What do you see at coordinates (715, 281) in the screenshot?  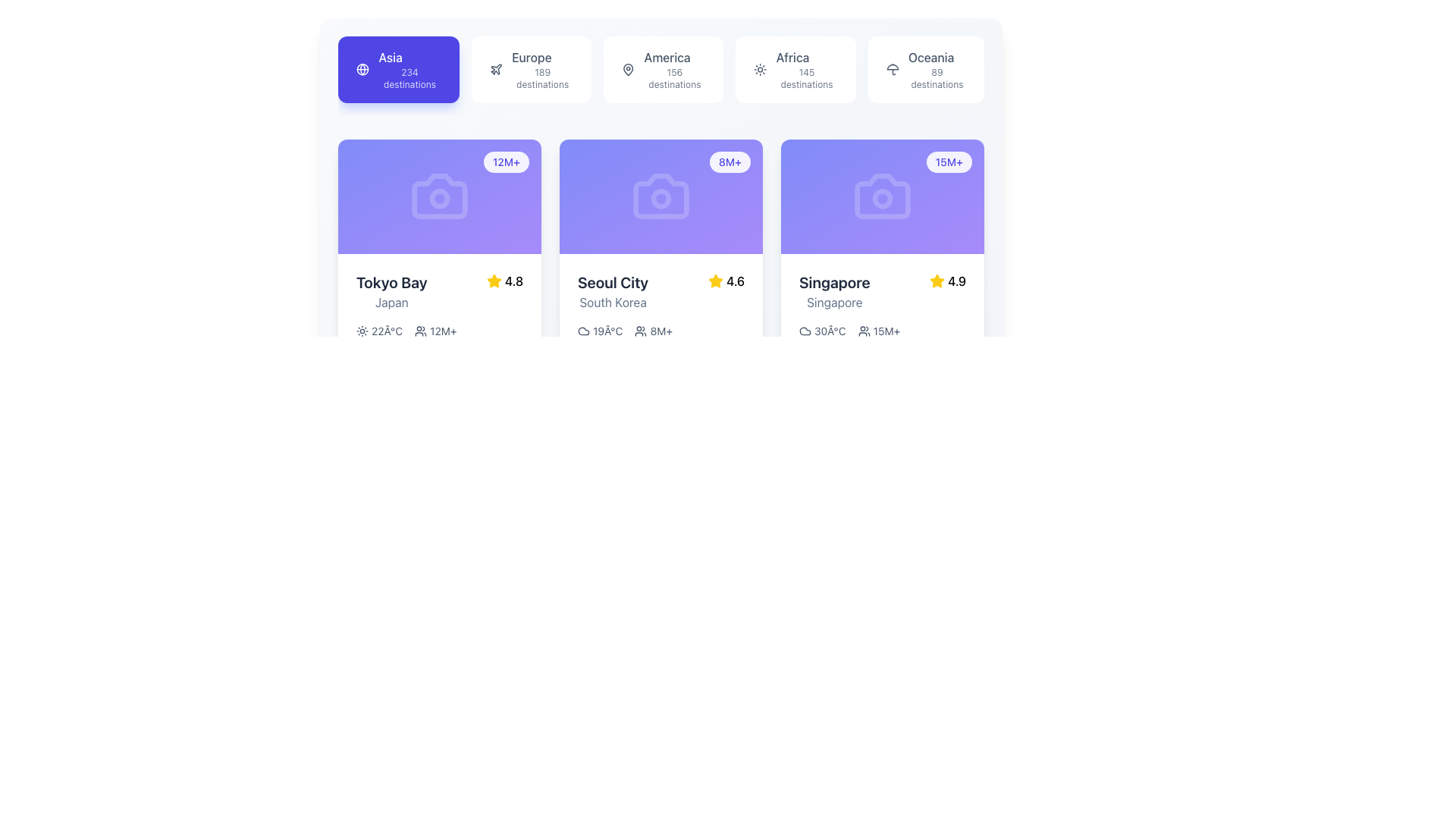 I see `the star icon representing the rating indicator for the destination 'Seoul City' in the second card from the left` at bounding box center [715, 281].